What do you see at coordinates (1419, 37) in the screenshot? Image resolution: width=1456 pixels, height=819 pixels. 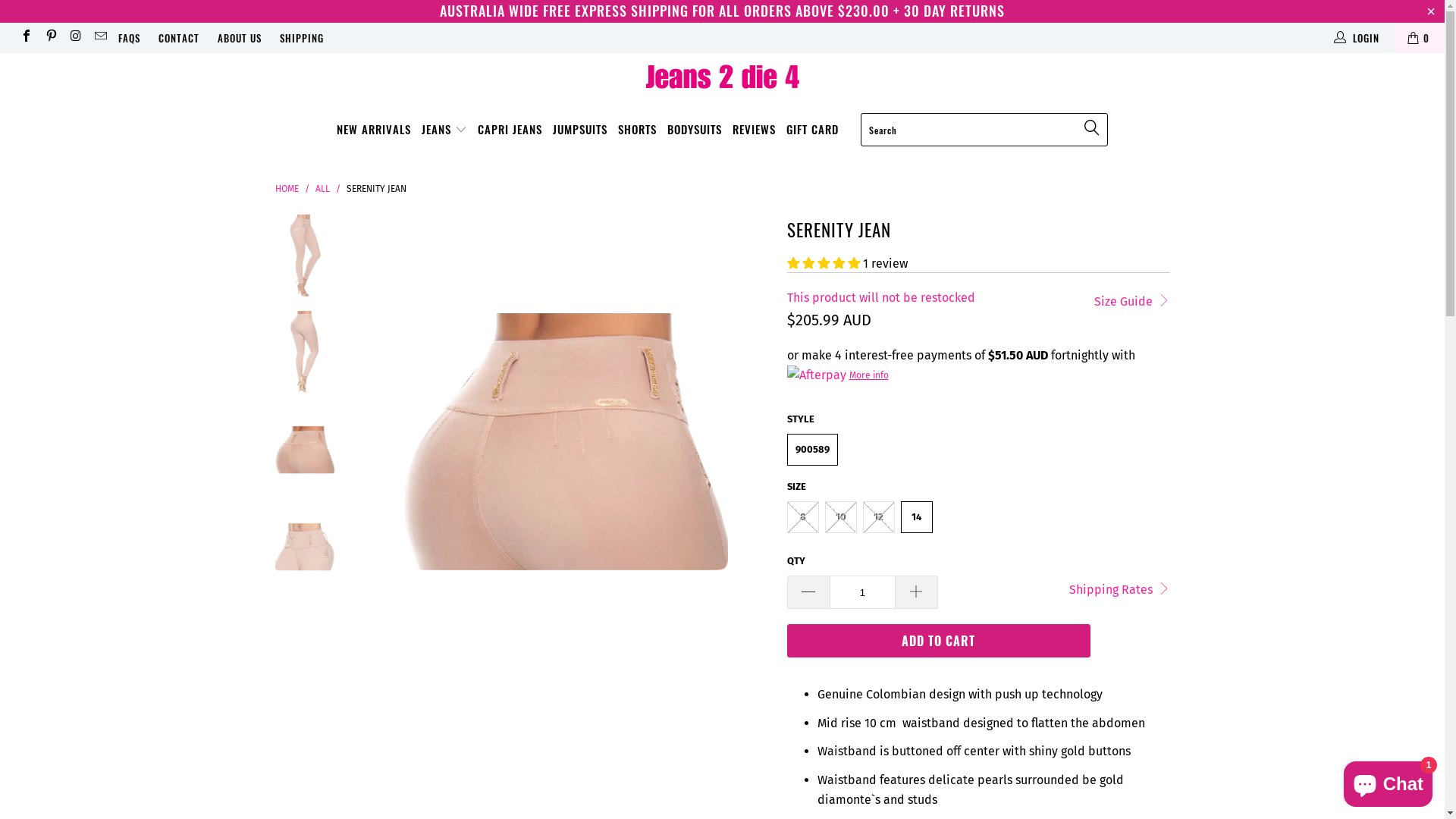 I see `'0'` at bounding box center [1419, 37].